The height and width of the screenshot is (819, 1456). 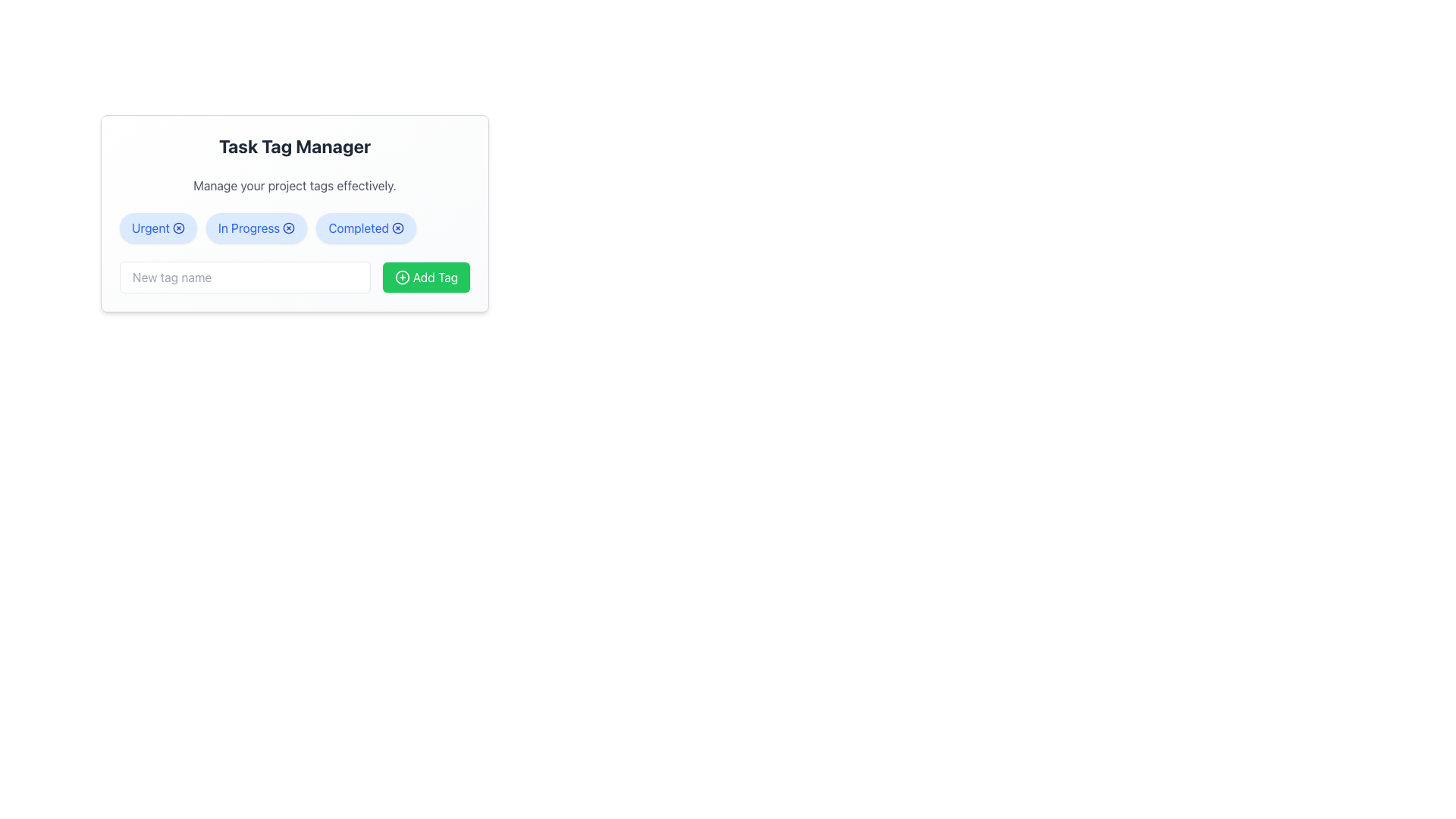 What do you see at coordinates (358, 227) in the screenshot?
I see `the 'Completed' text label, which visually represents completed items in the task management interface, positioned centrally below the 'Task Tag Manager' header` at bounding box center [358, 227].